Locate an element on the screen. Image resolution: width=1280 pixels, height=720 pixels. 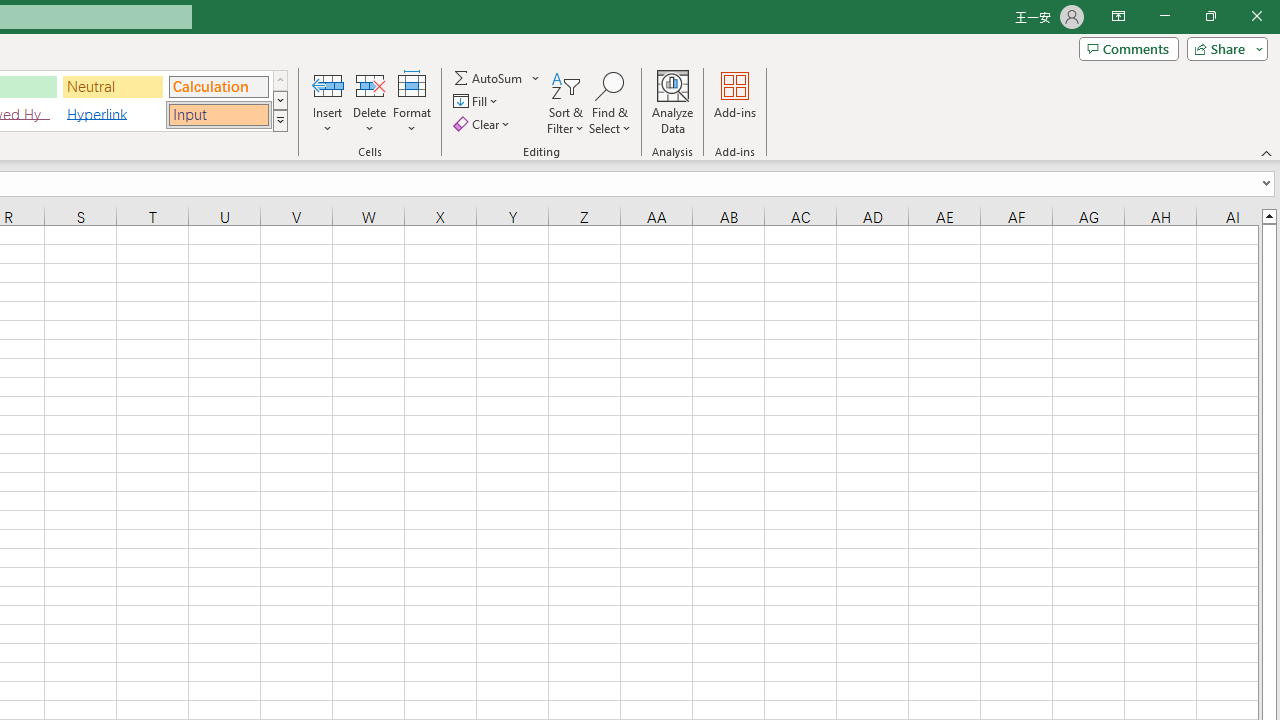
'Neutral' is located at coordinates (112, 85).